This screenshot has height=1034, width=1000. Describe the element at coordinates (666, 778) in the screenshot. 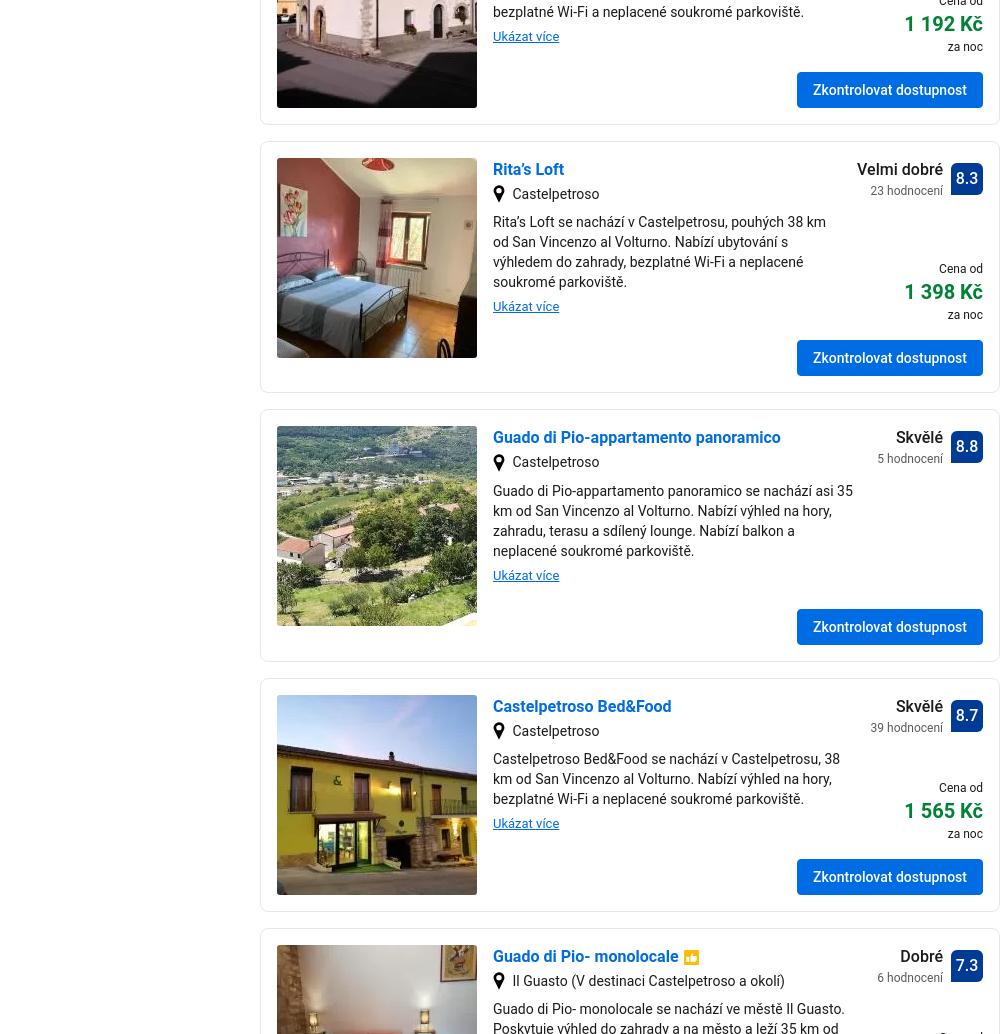

I see `'Castelpetroso Bed&Food se nachází v Castelpetrosu, 38 km od San Vincenzo al Volturno. Nabízí výhled na hory, bezplatné Wi-Fi a neplacené soukromé parkoviště.'` at that location.